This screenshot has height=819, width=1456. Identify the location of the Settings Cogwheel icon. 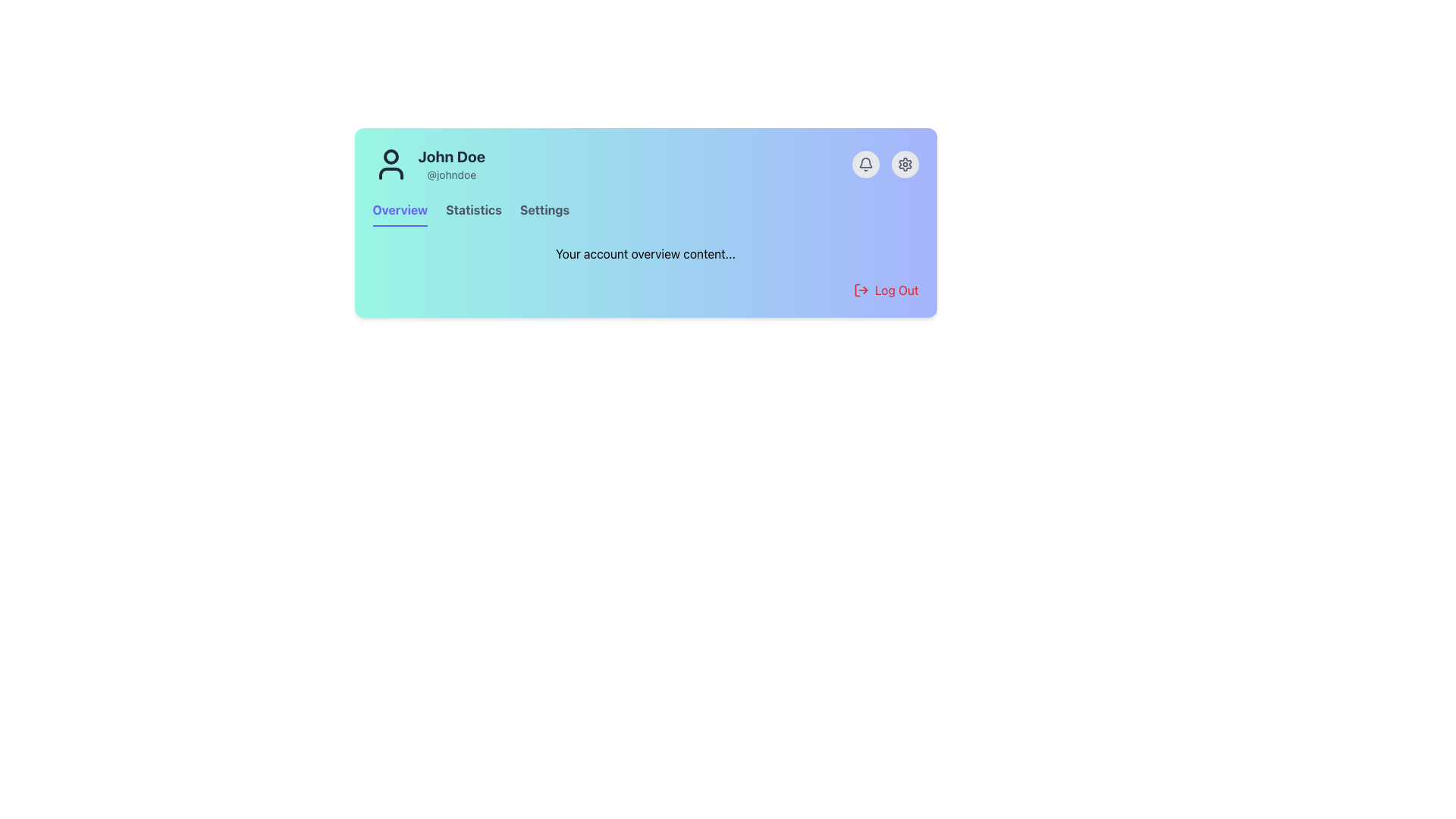
(905, 164).